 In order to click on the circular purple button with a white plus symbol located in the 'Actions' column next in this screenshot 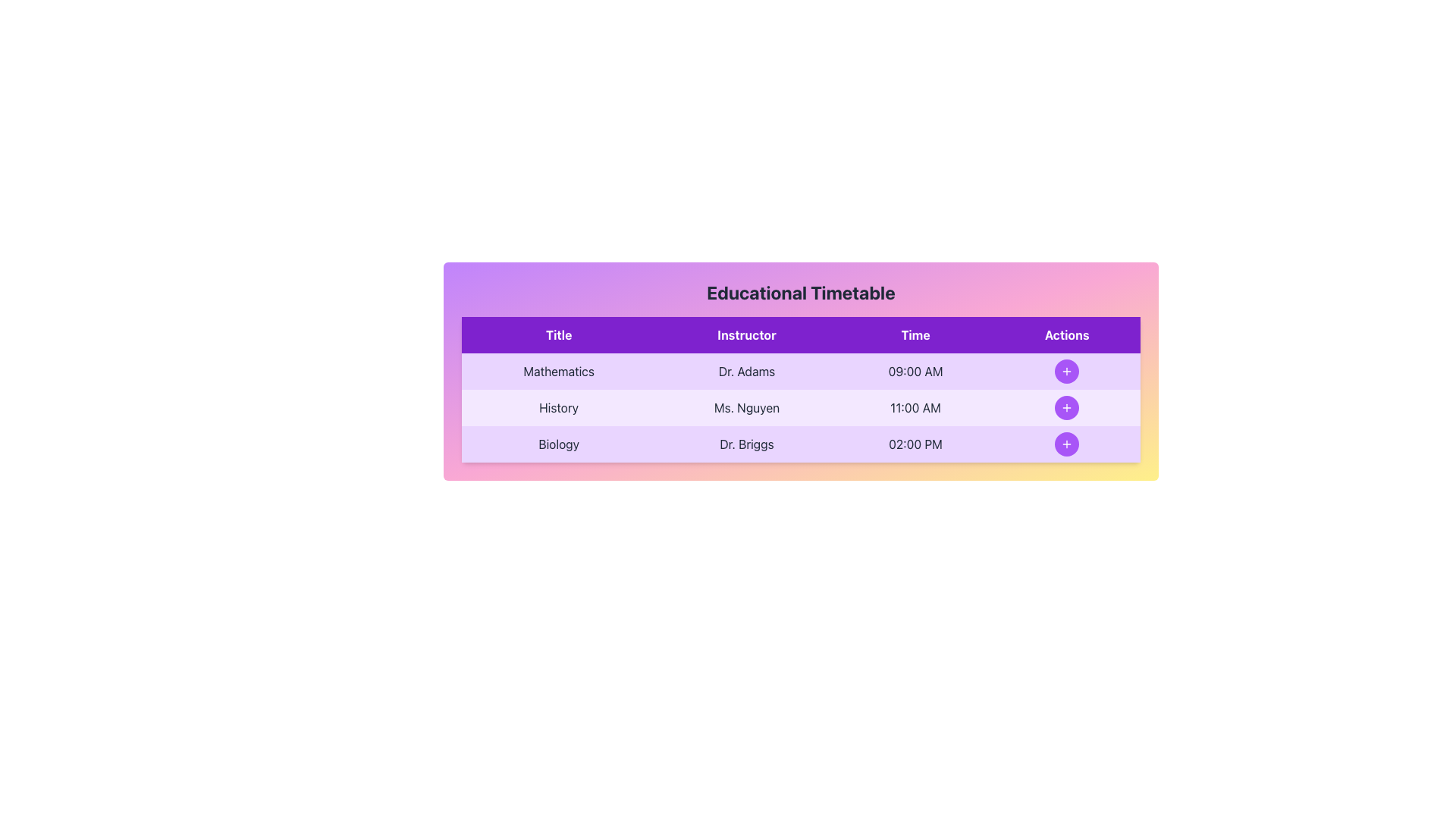, I will do `click(1066, 444)`.